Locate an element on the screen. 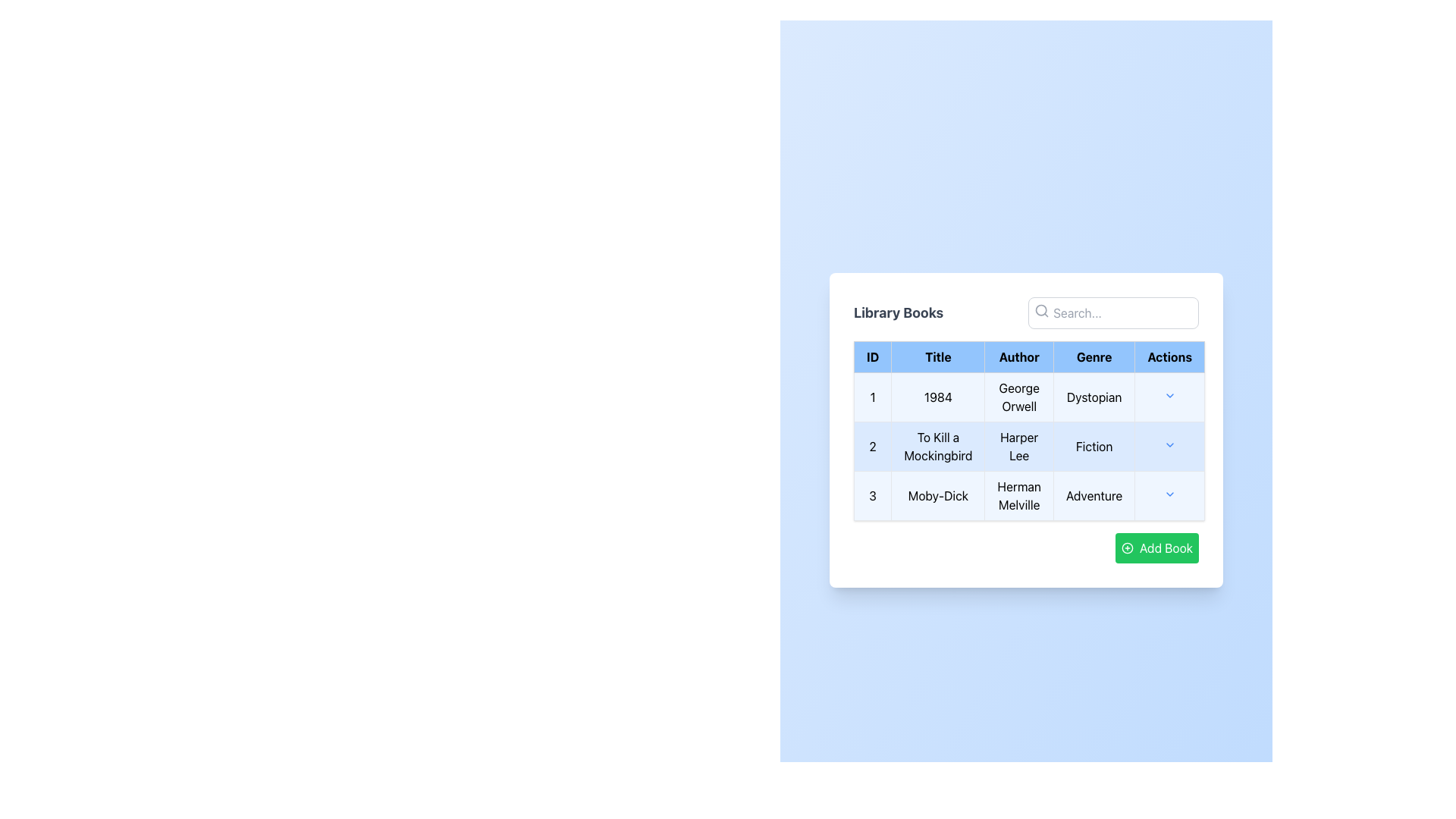 The width and height of the screenshot is (1456, 819). the text display element showing the name 'George Orwell' in the 'Author' column of the table for the book '1984' is located at coordinates (1019, 396).